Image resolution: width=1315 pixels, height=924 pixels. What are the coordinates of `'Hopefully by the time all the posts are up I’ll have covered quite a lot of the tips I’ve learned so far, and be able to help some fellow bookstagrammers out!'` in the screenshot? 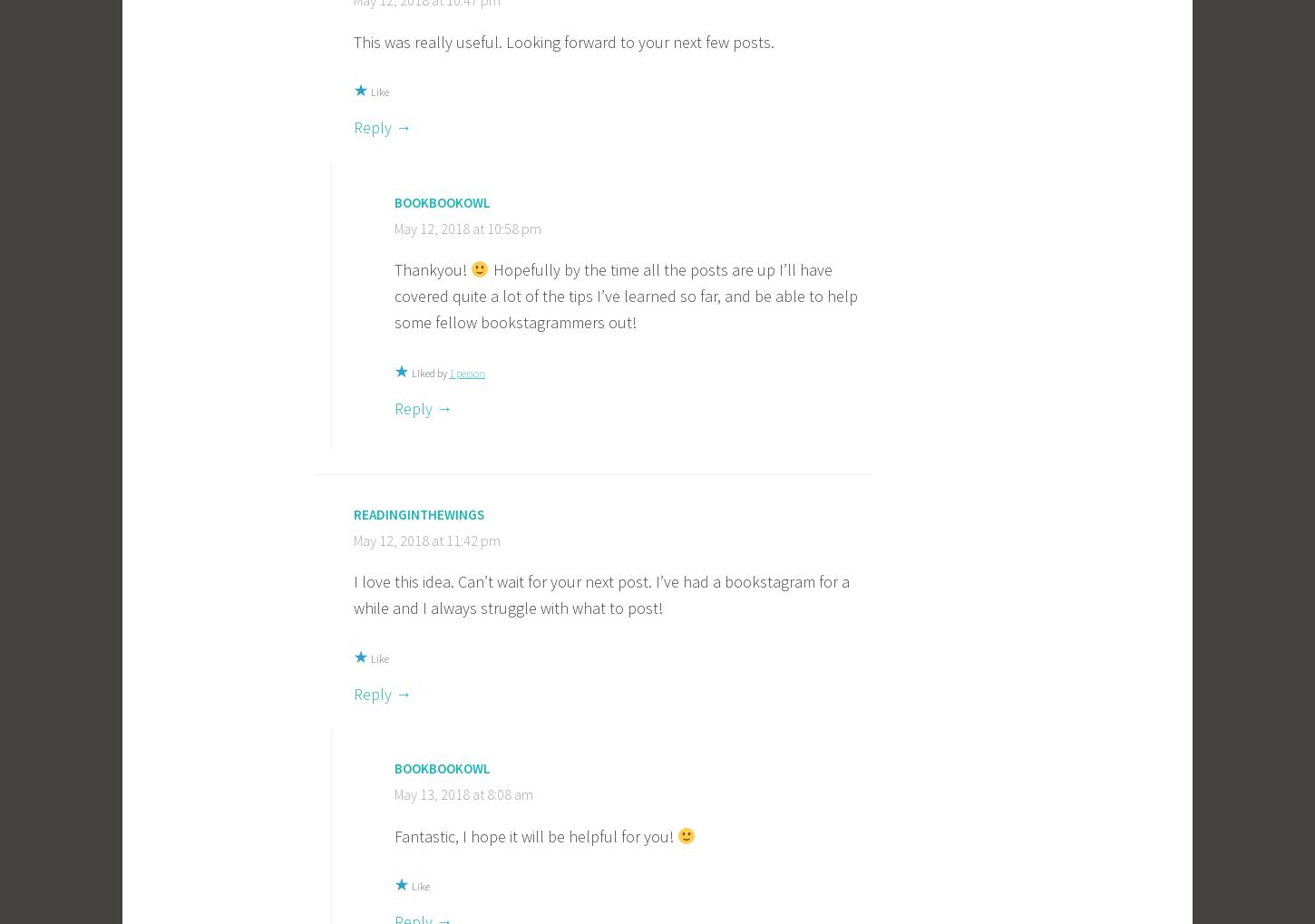 It's located at (625, 295).